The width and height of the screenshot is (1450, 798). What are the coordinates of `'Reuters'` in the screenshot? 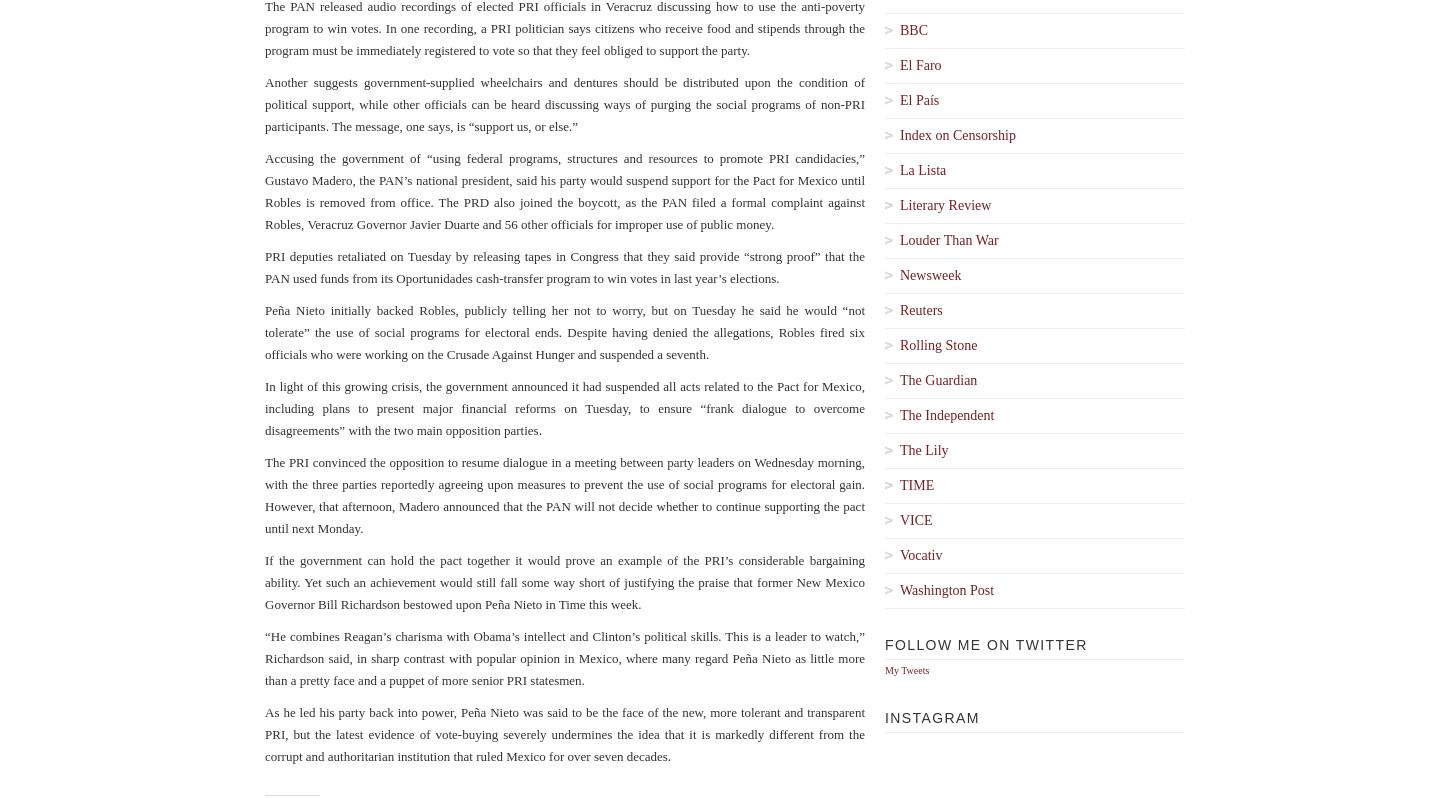 It's located at (920, 309).